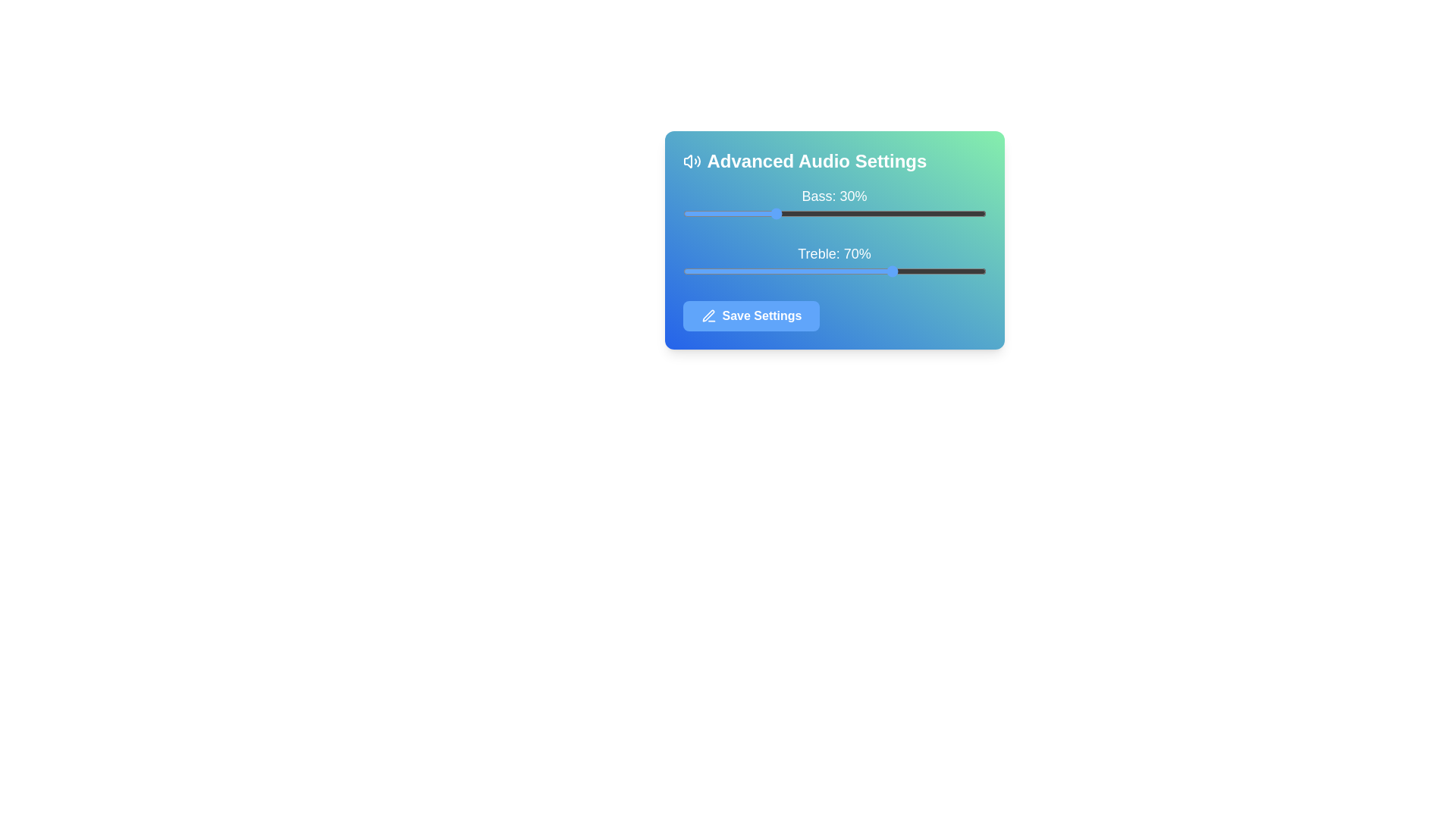 The width and height of the screenshot is (1456, 819). Describe the element at coordinates (974, 271) in the screenshot. I see `the treble slider to 96%` at that location.